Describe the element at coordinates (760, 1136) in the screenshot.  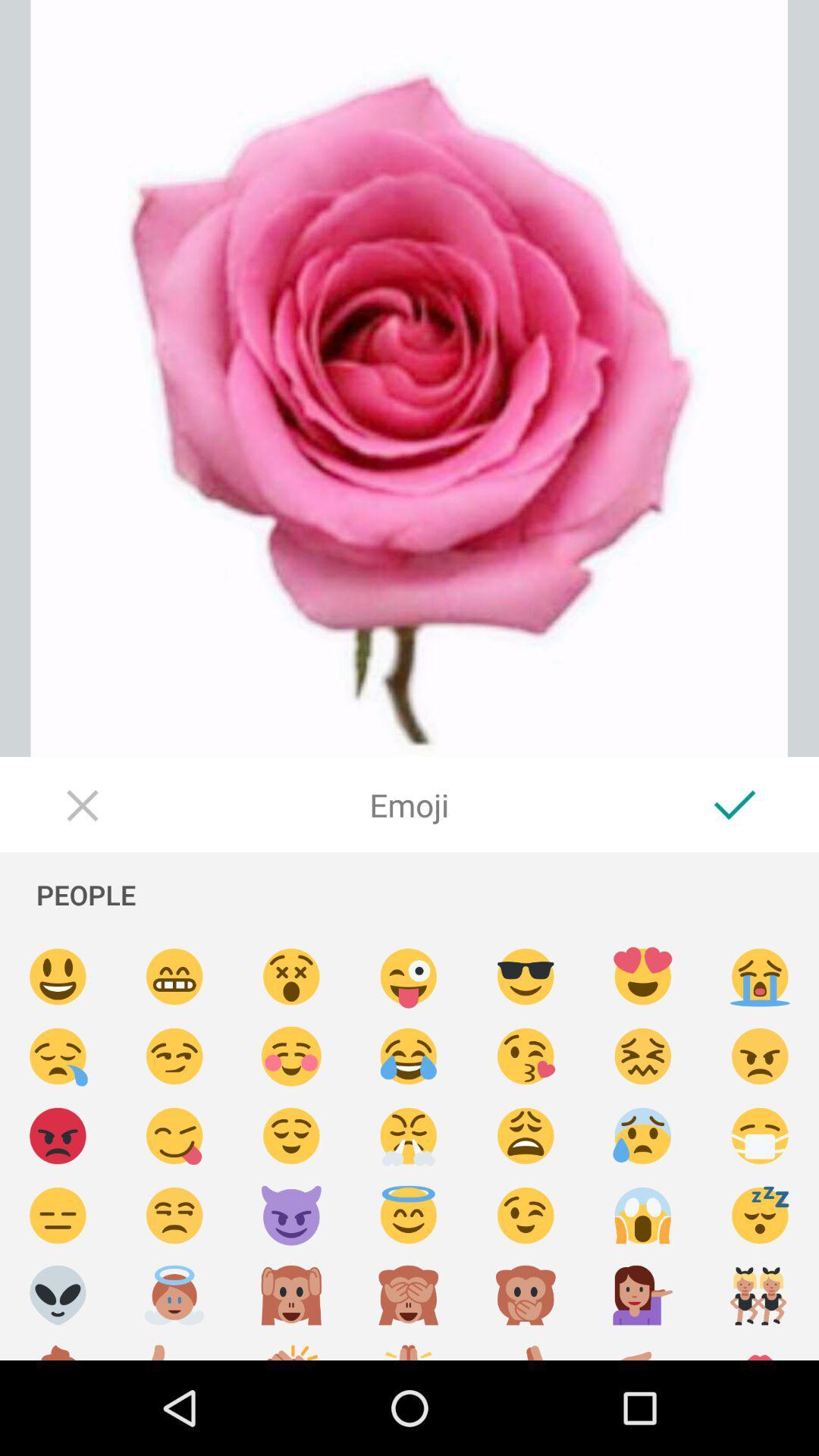
I see `emoji select` at that location.